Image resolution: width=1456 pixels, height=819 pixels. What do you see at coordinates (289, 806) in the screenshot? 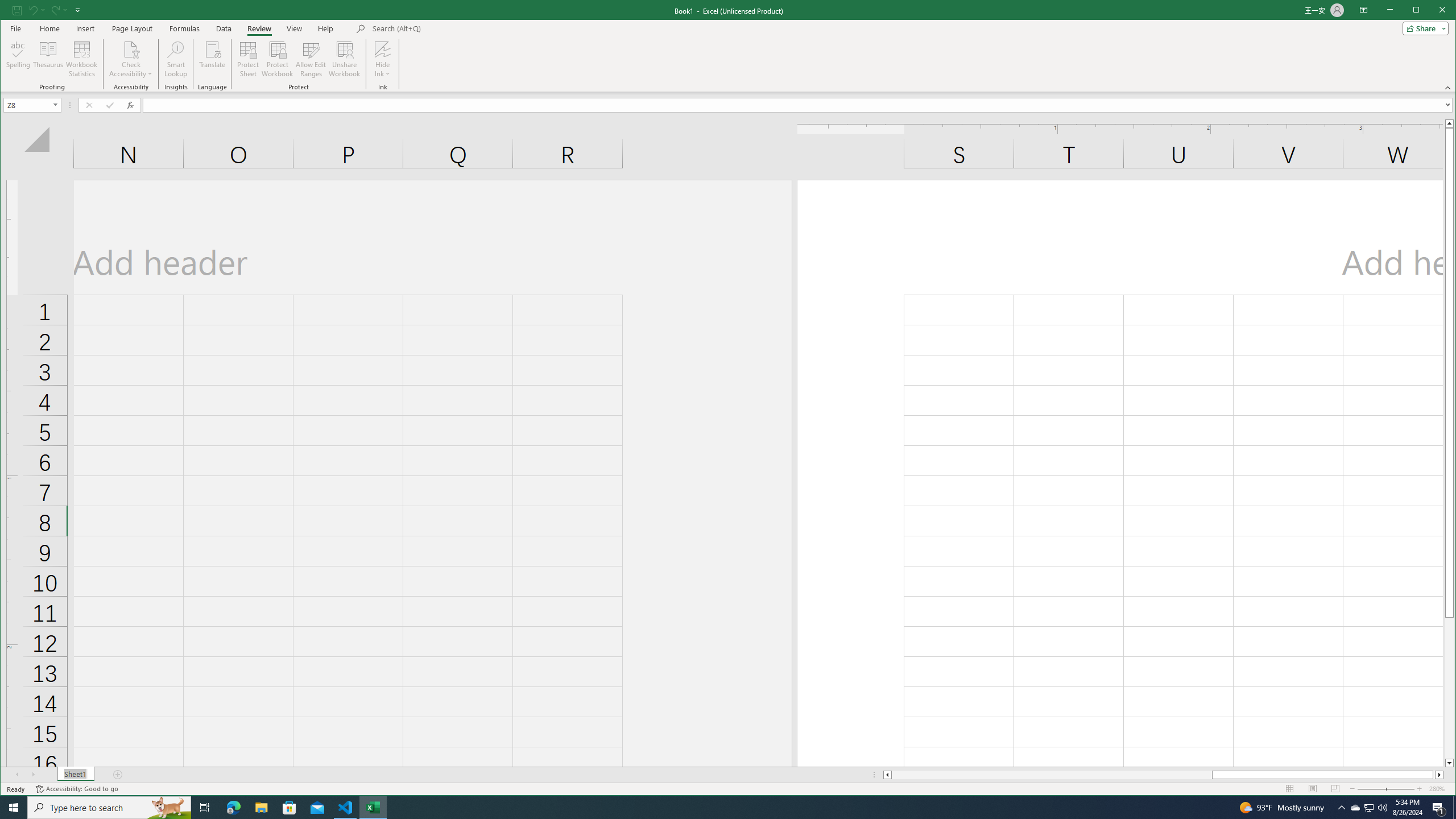
I see `'Microsoft Store'` at bounding box center [289, 806].